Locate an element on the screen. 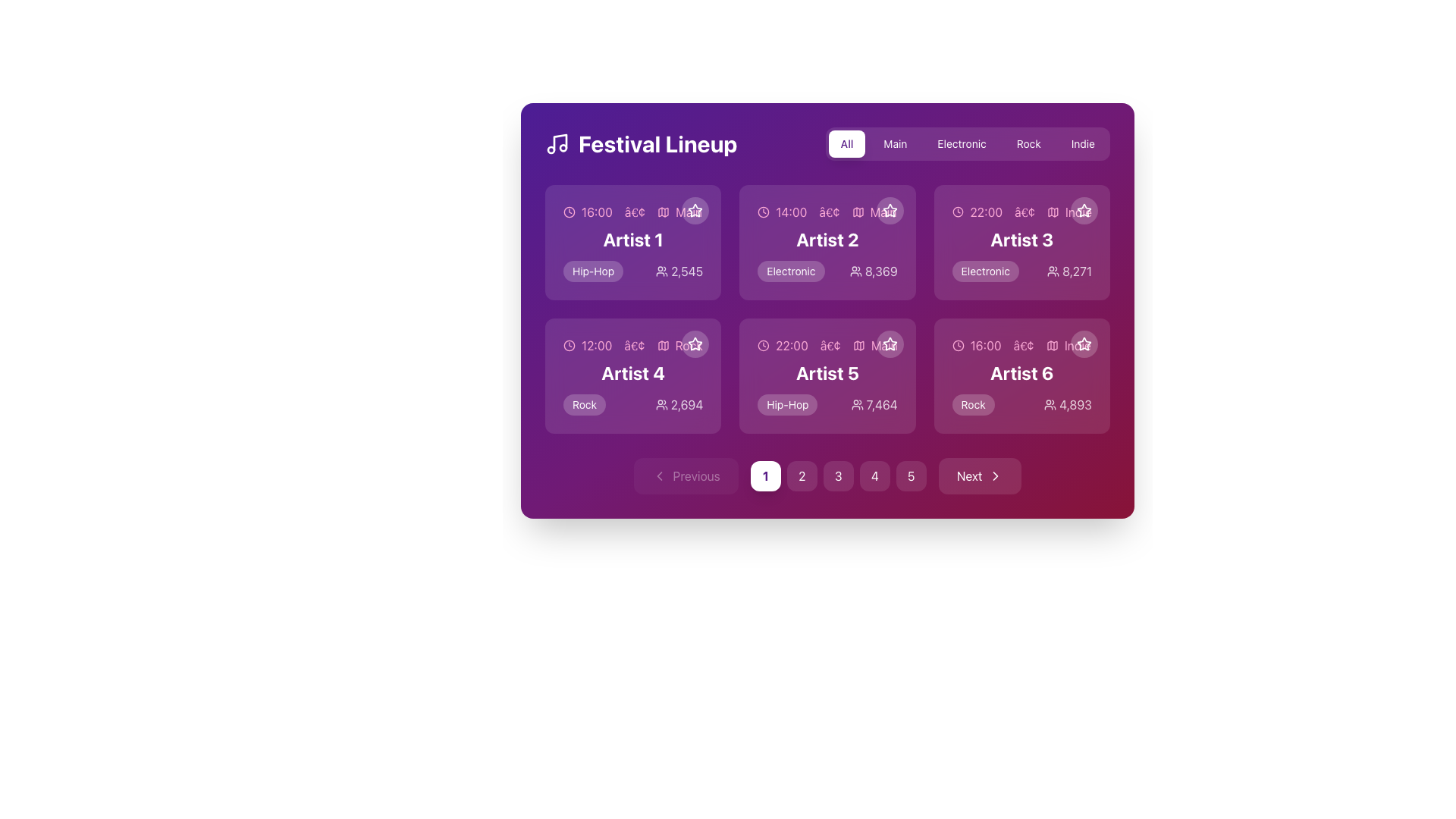  the meaning of the clock icon located in the 'Artist 5' card, positioned to the left of the text '22:00' is located at coordinates (764, 345).